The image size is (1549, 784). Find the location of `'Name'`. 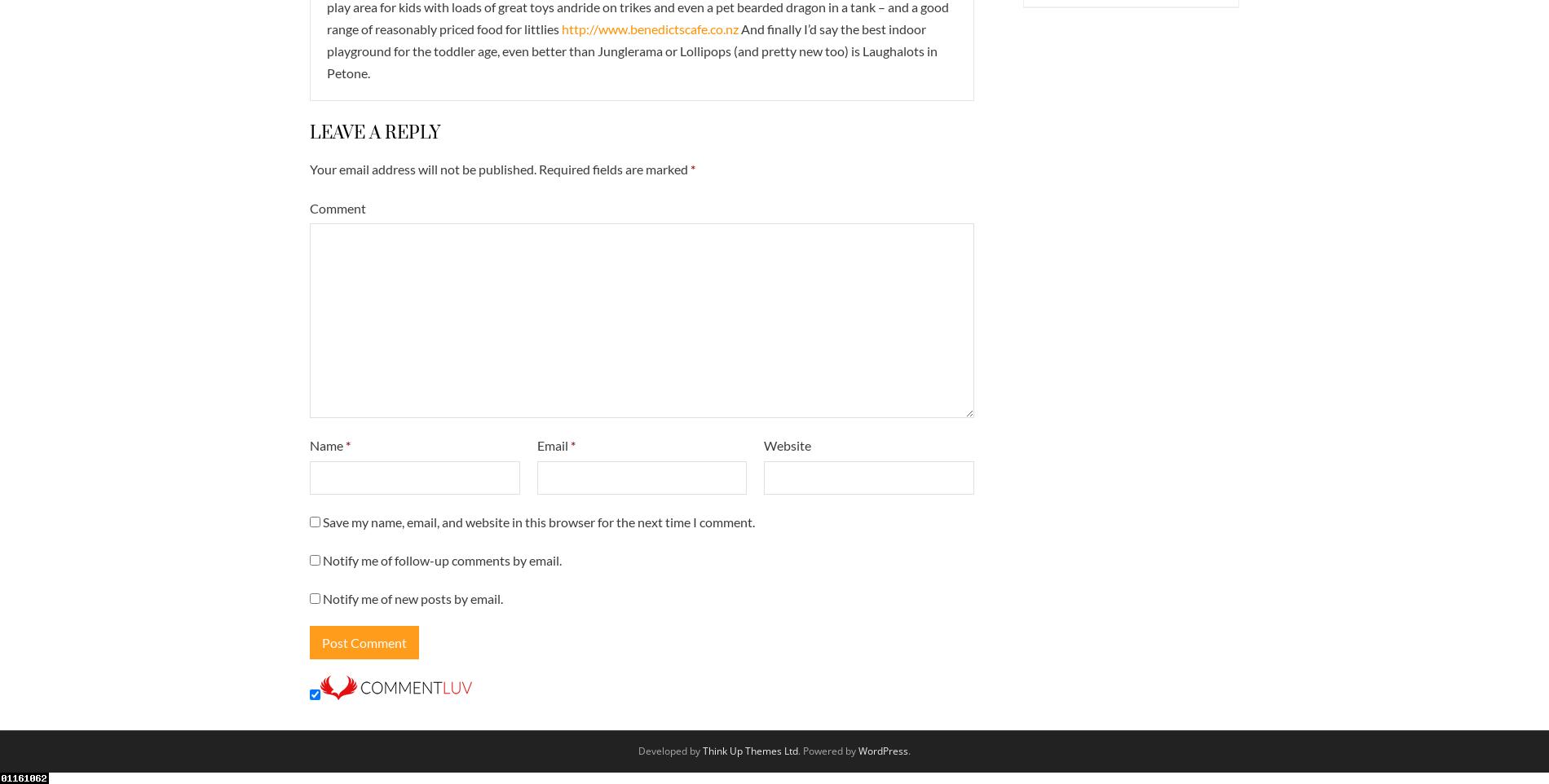

'Name' is located at coordinates (327, 445).